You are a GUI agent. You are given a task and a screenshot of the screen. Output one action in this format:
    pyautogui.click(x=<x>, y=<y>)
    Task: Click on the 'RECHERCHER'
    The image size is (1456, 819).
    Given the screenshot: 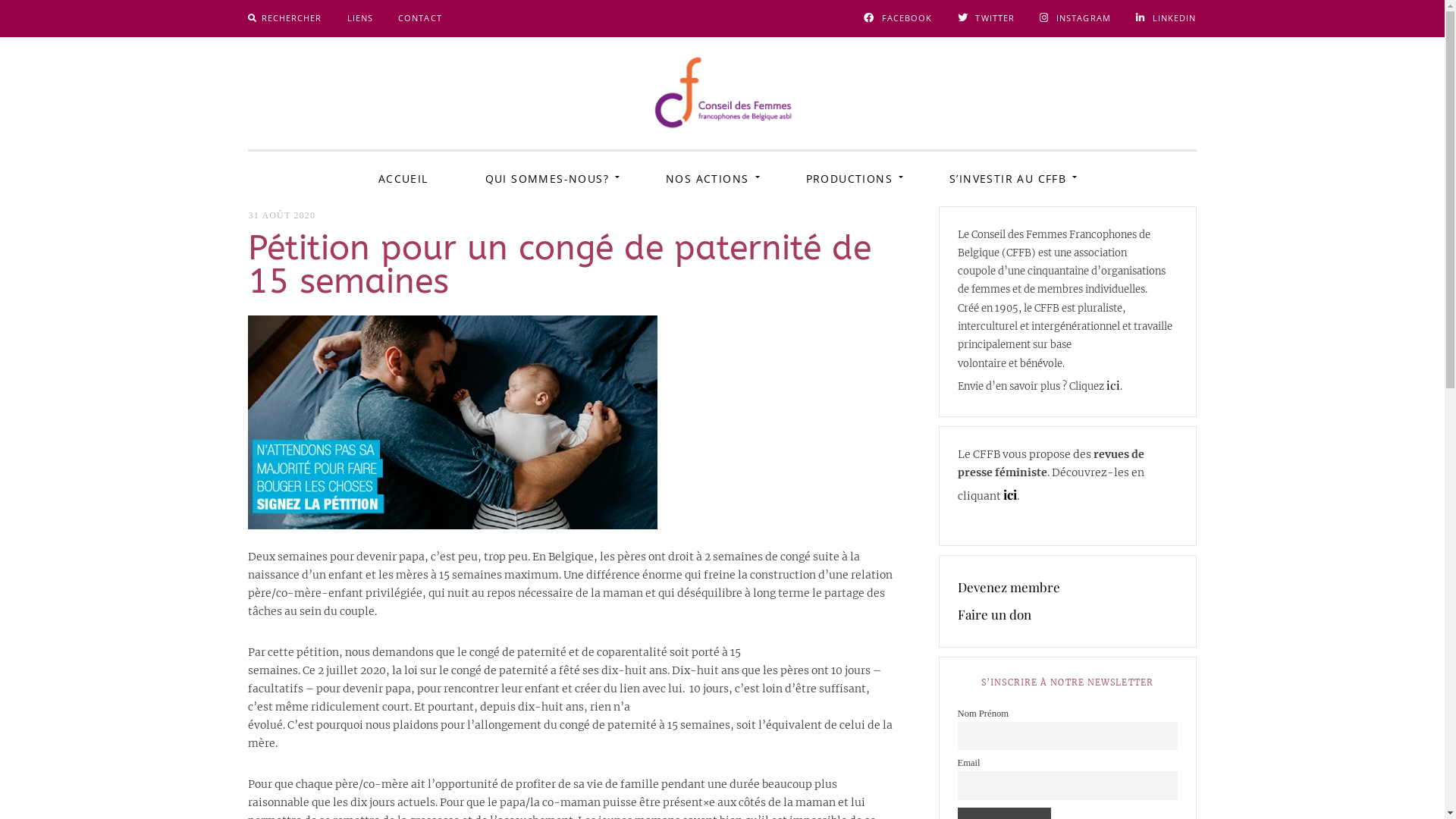 What is the action you would take?
    pyautogui.click(x=284, y=18)
    